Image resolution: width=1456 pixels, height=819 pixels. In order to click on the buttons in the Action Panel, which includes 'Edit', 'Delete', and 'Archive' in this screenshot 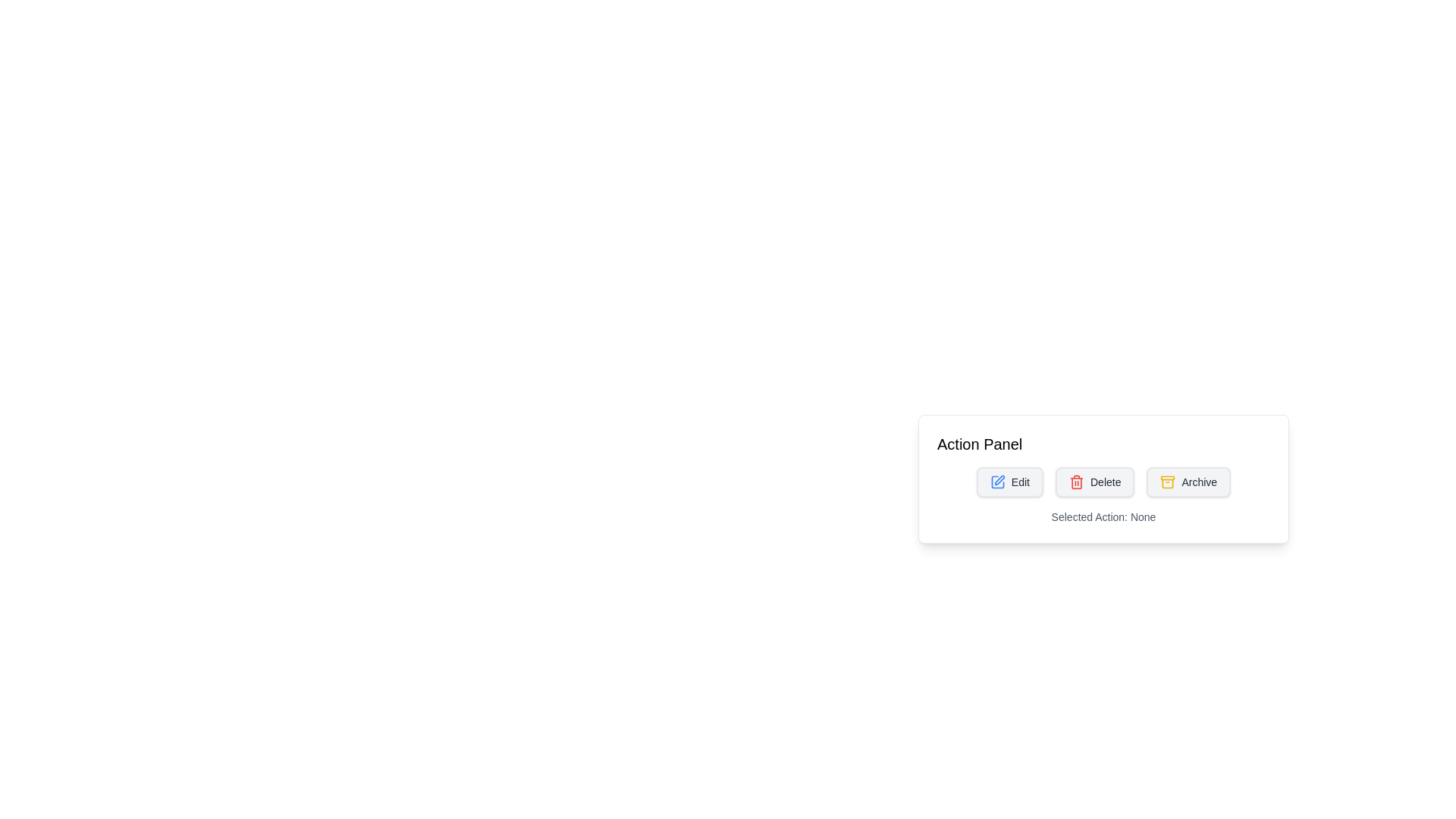, I will do `click(1103, 479)`.